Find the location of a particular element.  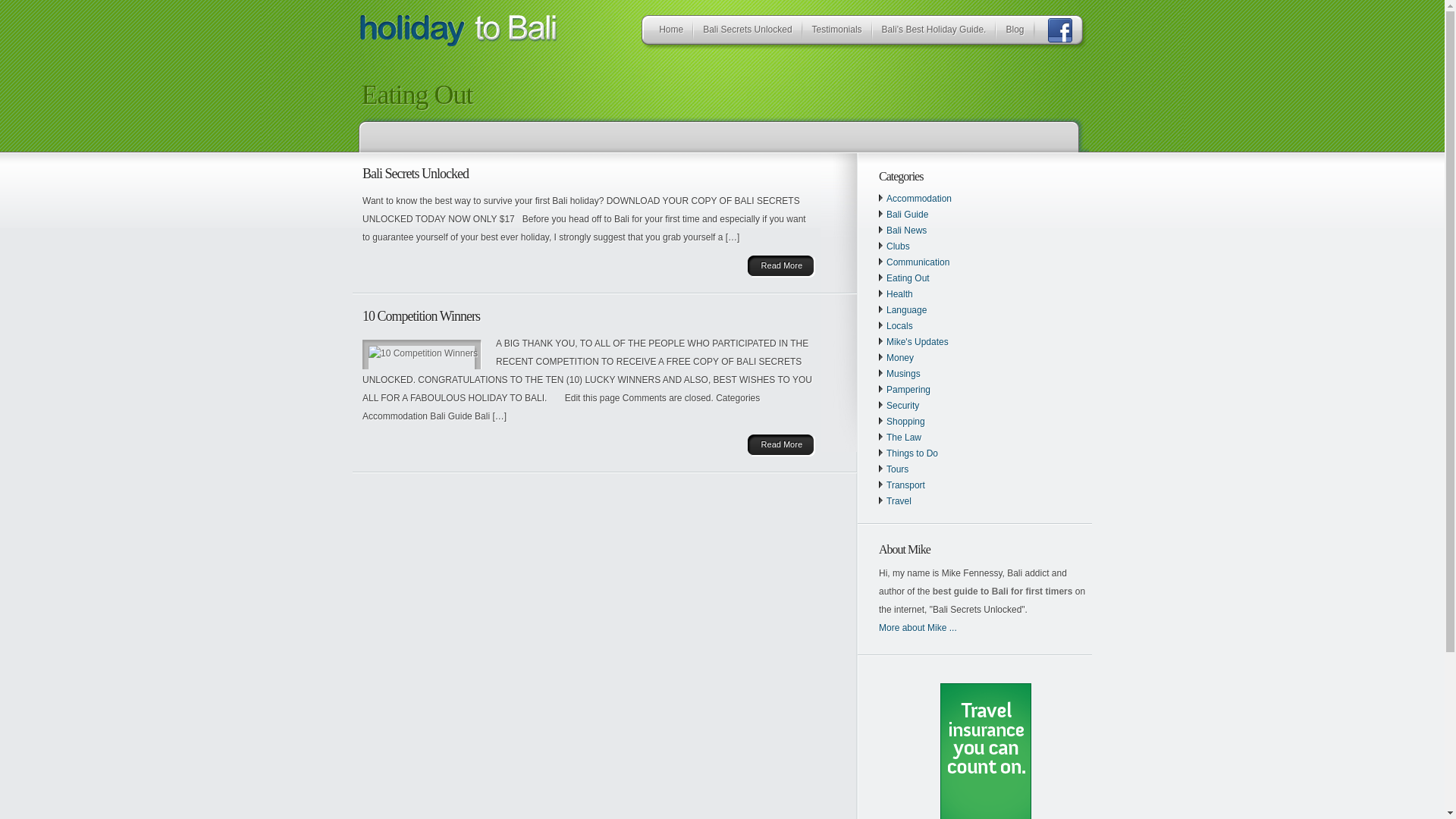

'Bali News' is located at coordinates (886, 231).